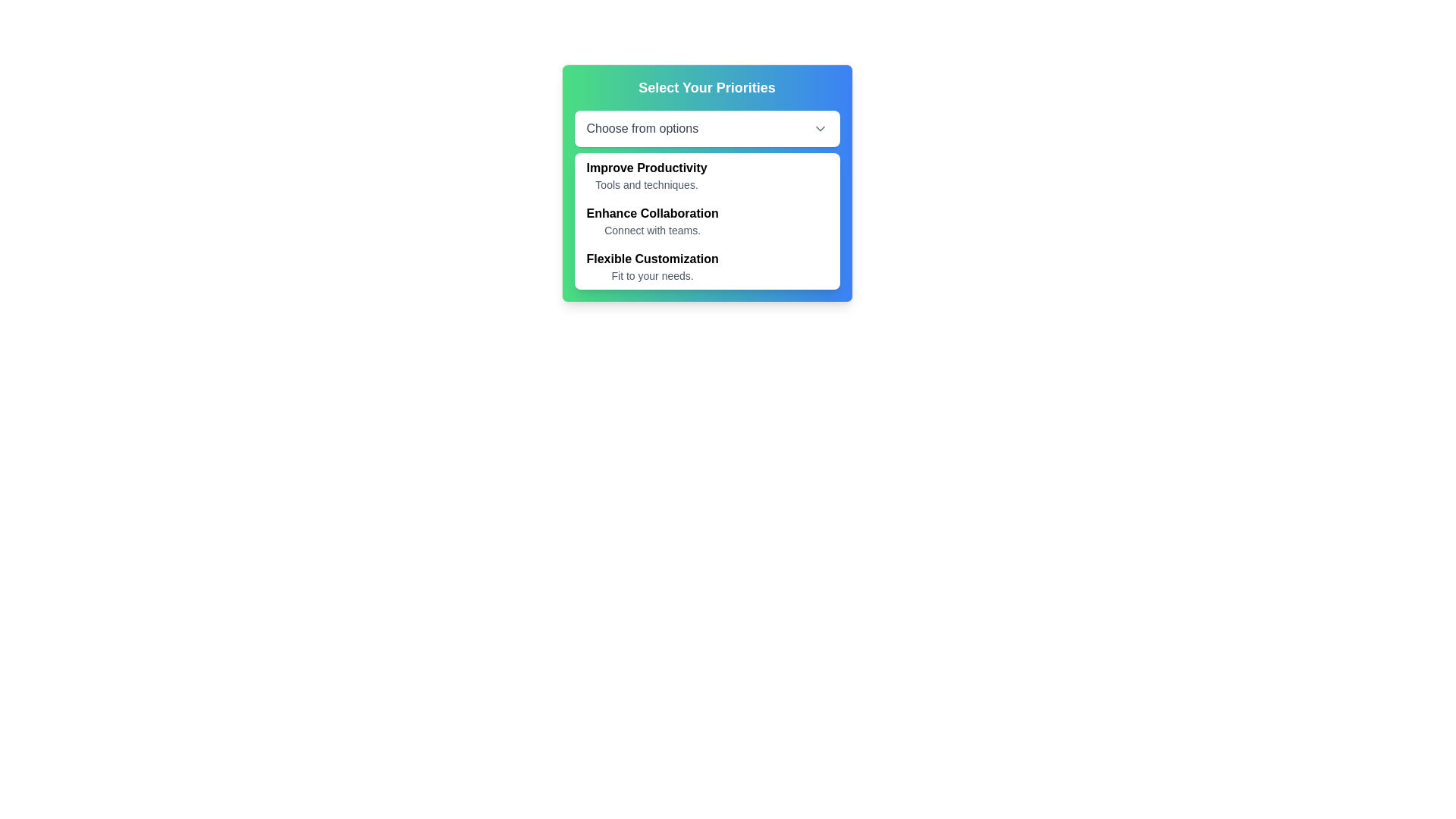  What do you see at coordinates (652, 265) in the screenshot?
I see `the text group titled 'Flexible Customization' with the description 'Fit to your needs'` at bounding box center [652, 265].